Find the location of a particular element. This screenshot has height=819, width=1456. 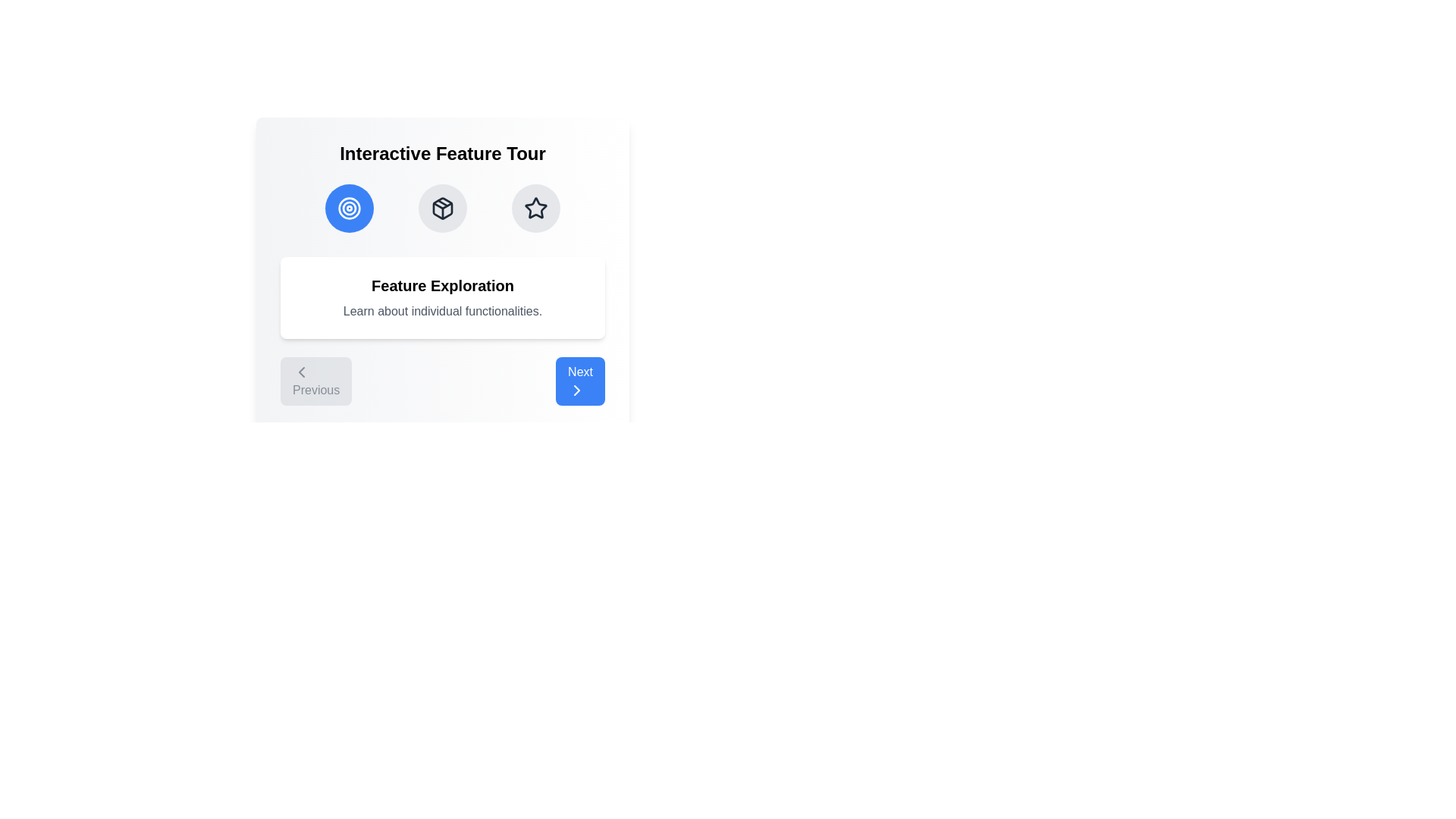

the gray text label 'Learn about individual functionalities.' located below the bold title 'Feature Exploration' is located at coordinates (442, 311).